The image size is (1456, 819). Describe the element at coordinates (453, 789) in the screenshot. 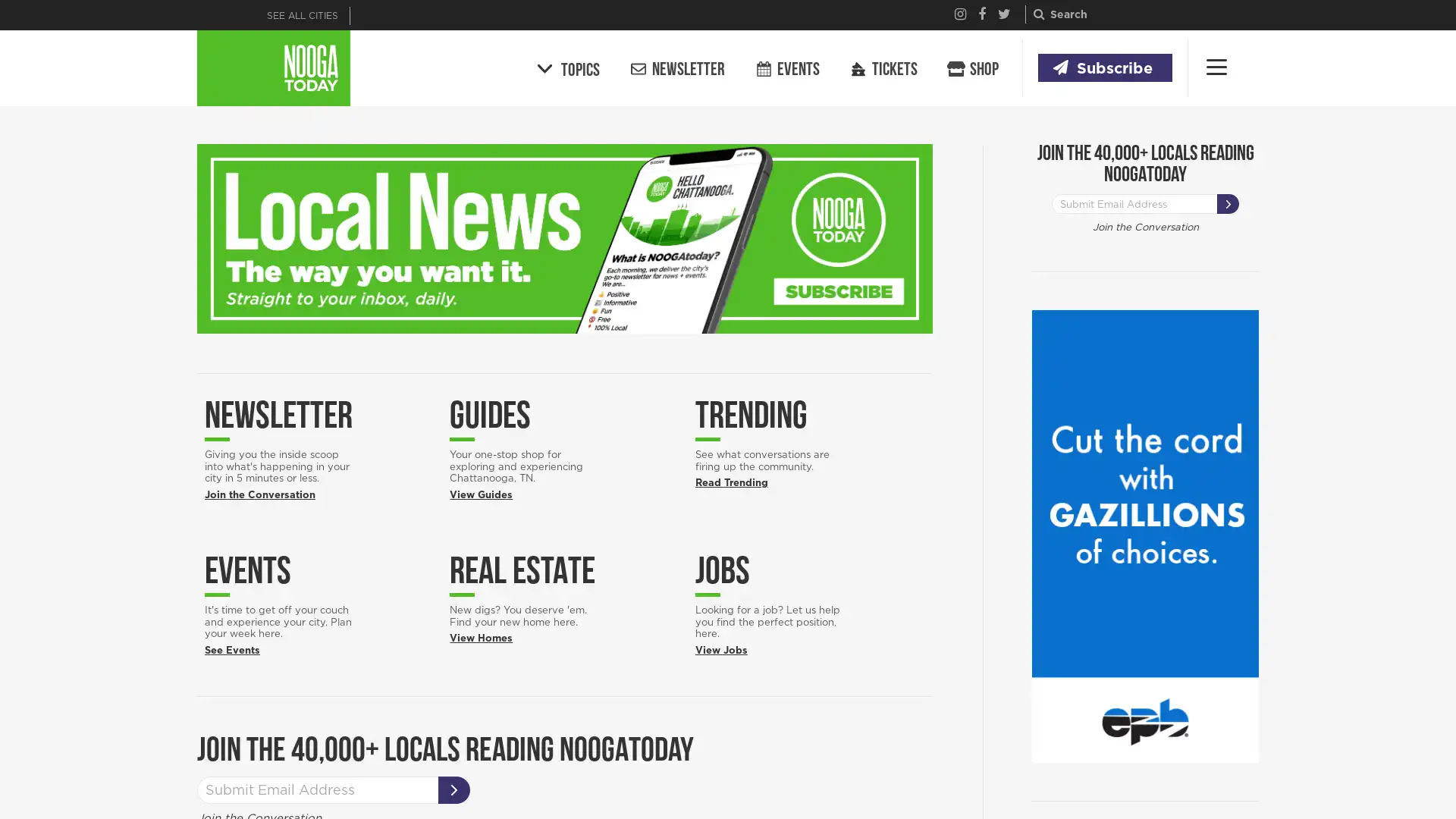

I see `SUBSCRIBE` at that location.